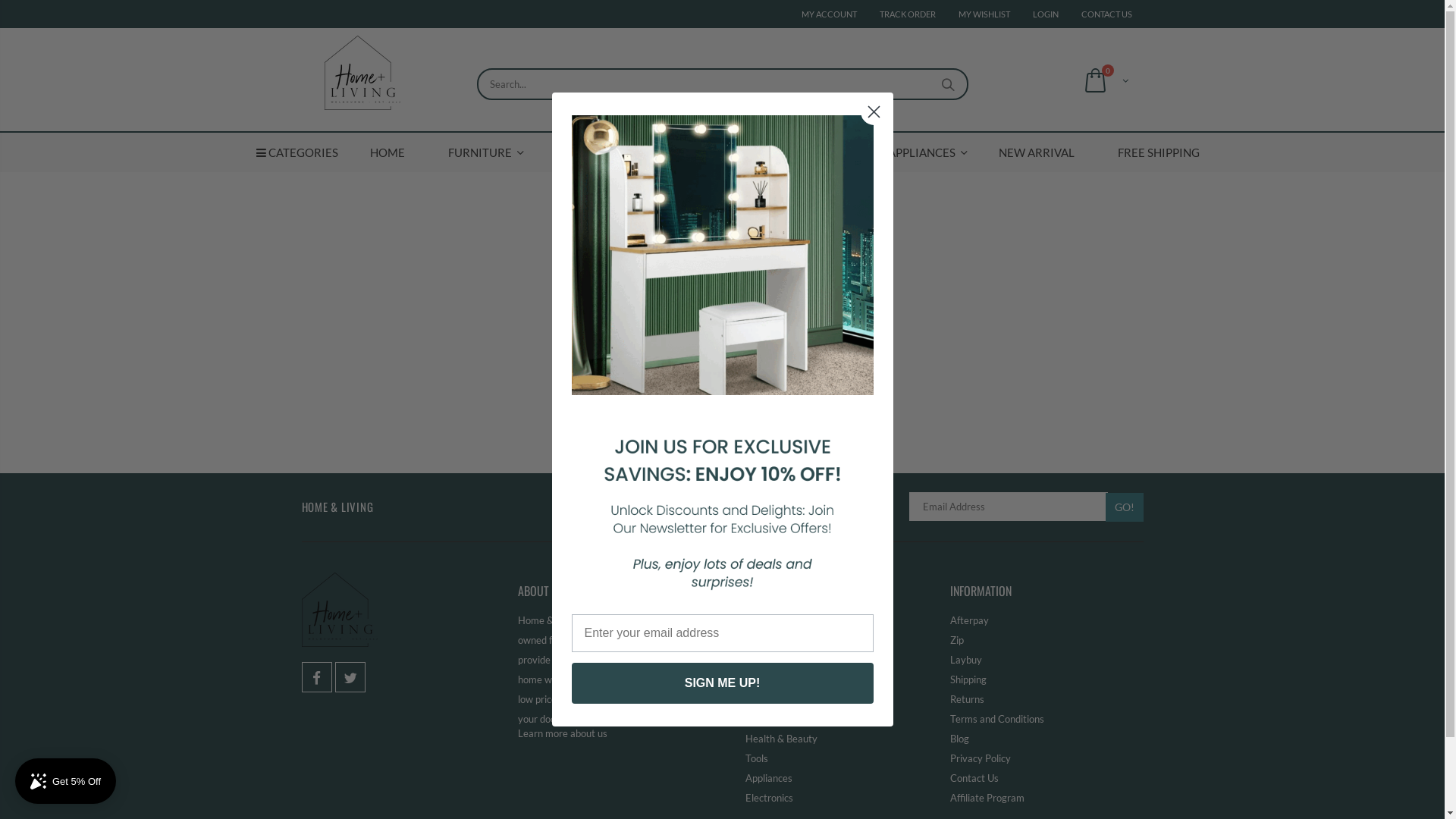 The image size is (1456, 819). Describe the element at coordinates (479, 152) in the screenshot. I see `'FURNITURE'` at that location.